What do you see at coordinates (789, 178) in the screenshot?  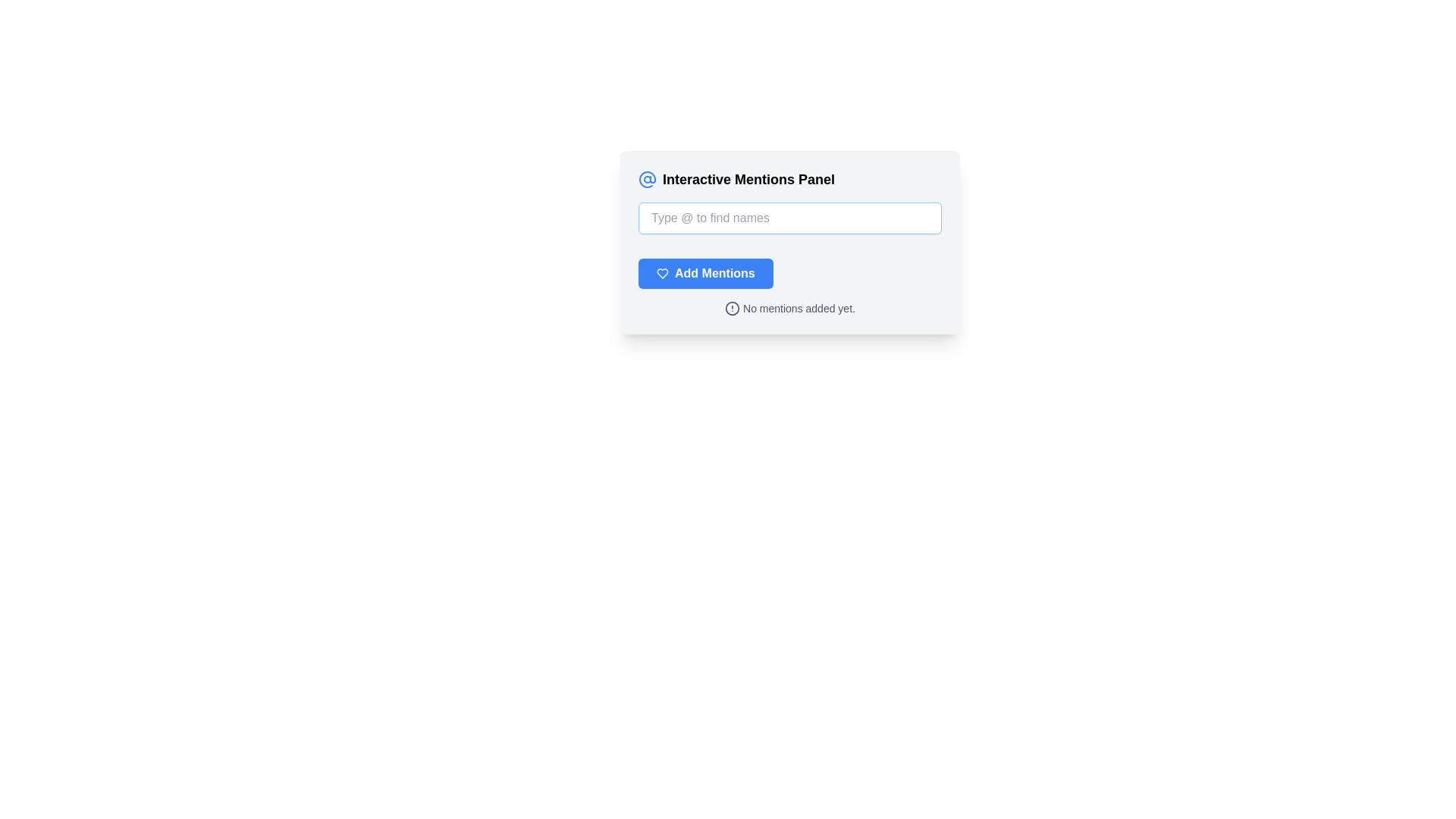 I see `the Text Label displaying 'Interactive Mentions Panel' in bold font, located at the top of the card interface, next to a blue '@' icon` at bounding box center [789, 178].